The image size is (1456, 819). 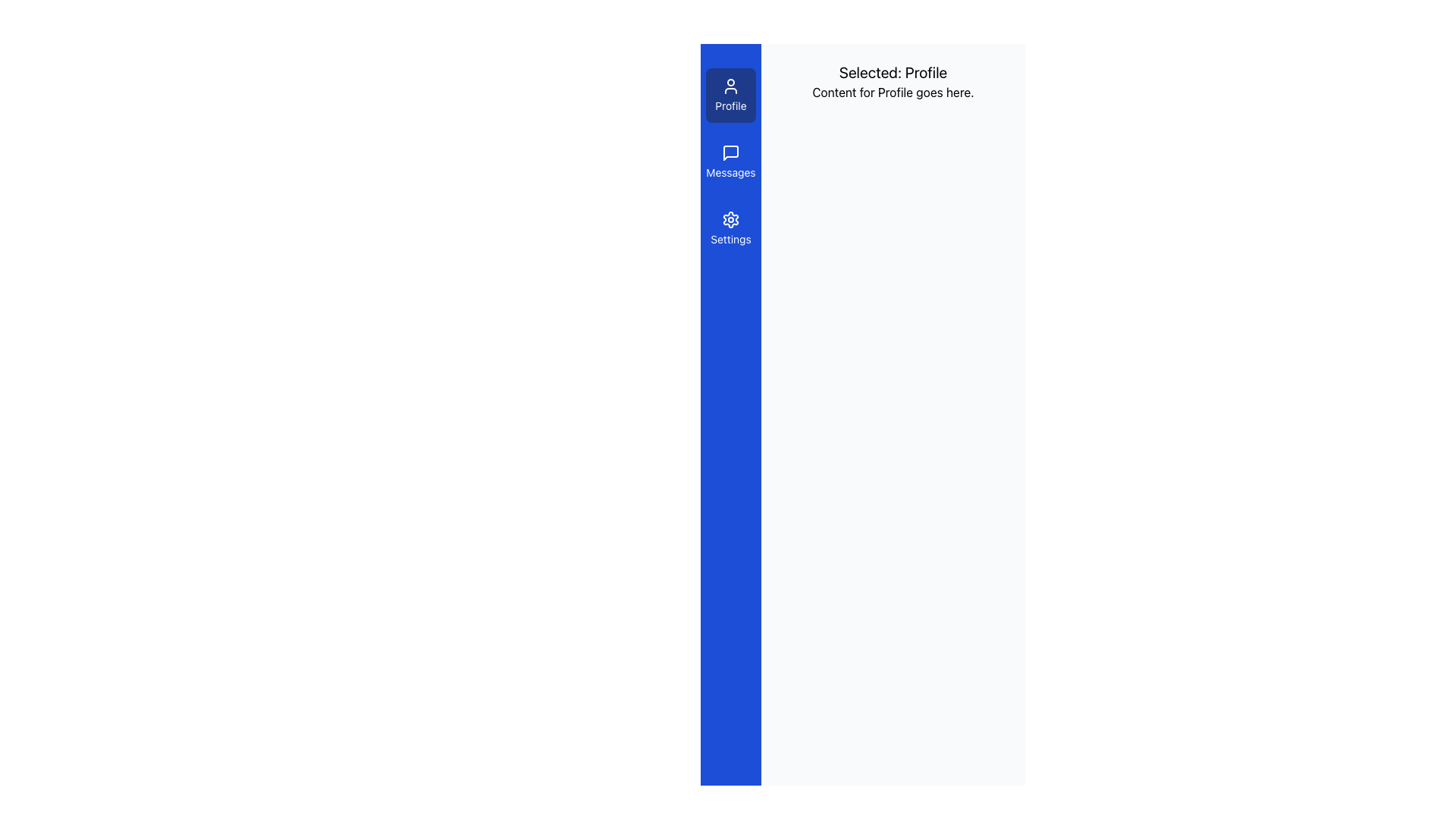 I want to click on the 'Messages' button, which is a rectangular button in the vertical blue sidebar featuring a speech bubble icon above the text 'Messages', so click(x=731, y=162).